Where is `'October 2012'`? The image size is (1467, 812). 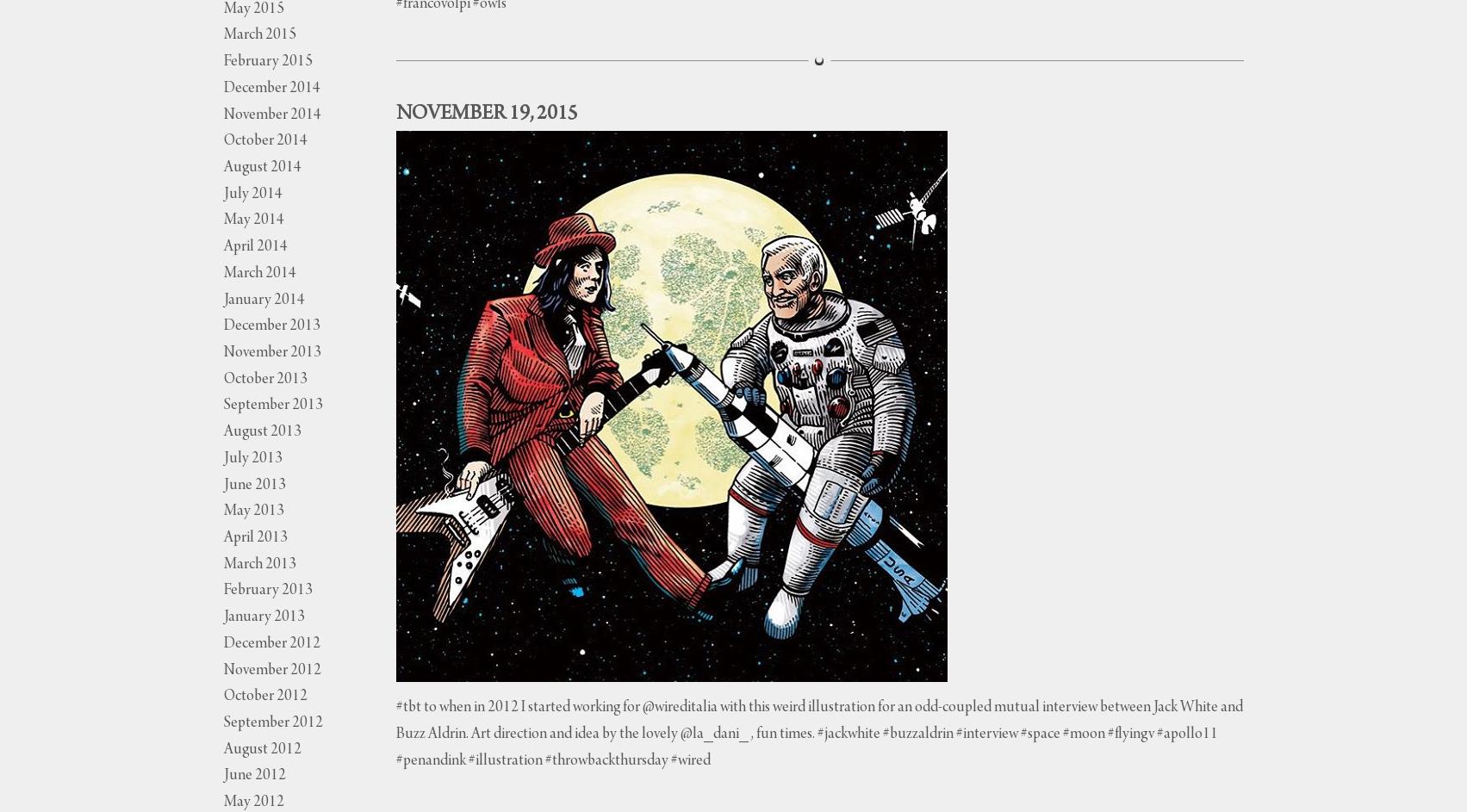
'October 2012' is located at coordinates (222, 696).